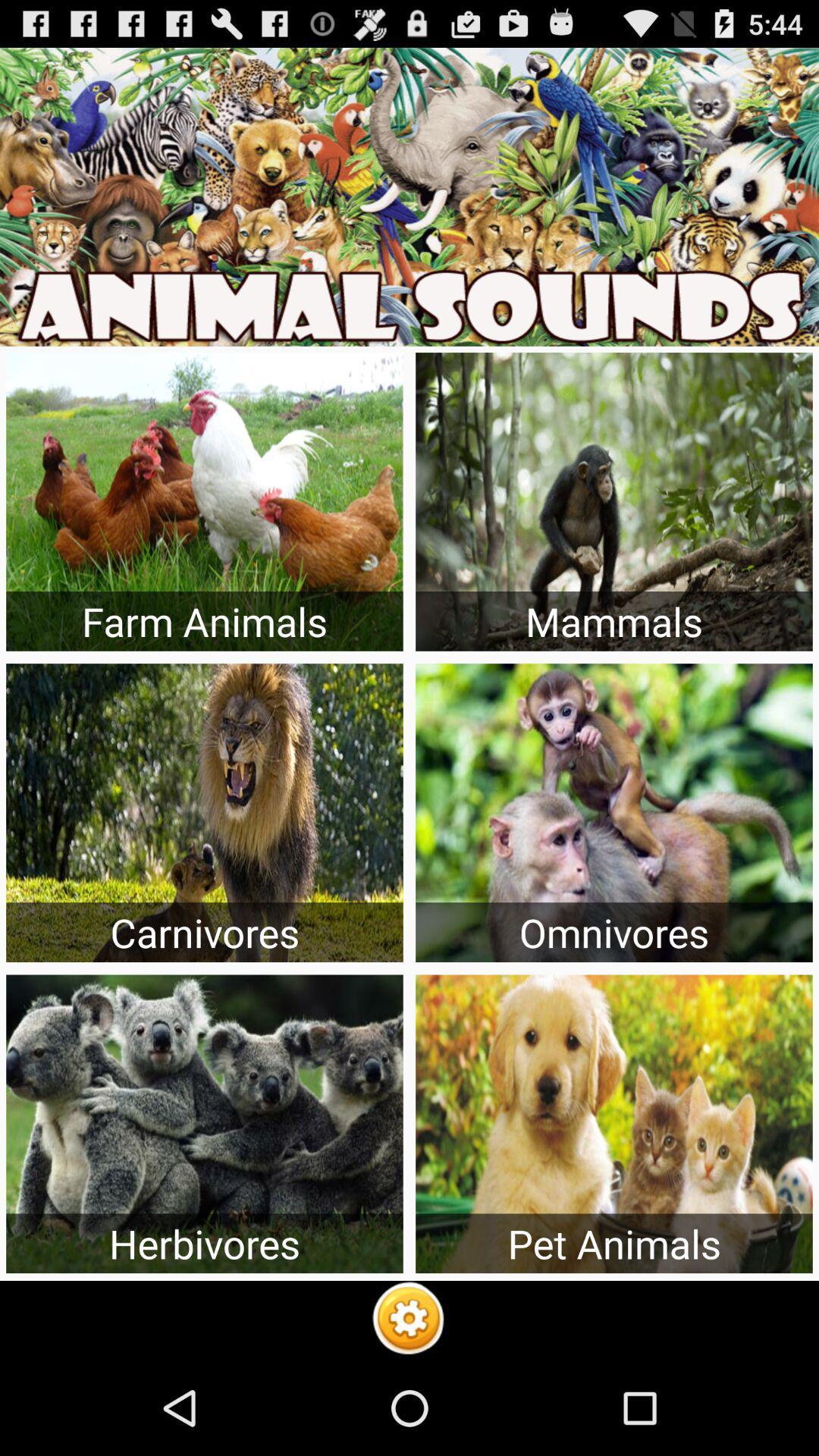 Image resolution: width=819 pixels, height=1456 pixels. I want to click on the icon at the bottom, so click(408, 1319).